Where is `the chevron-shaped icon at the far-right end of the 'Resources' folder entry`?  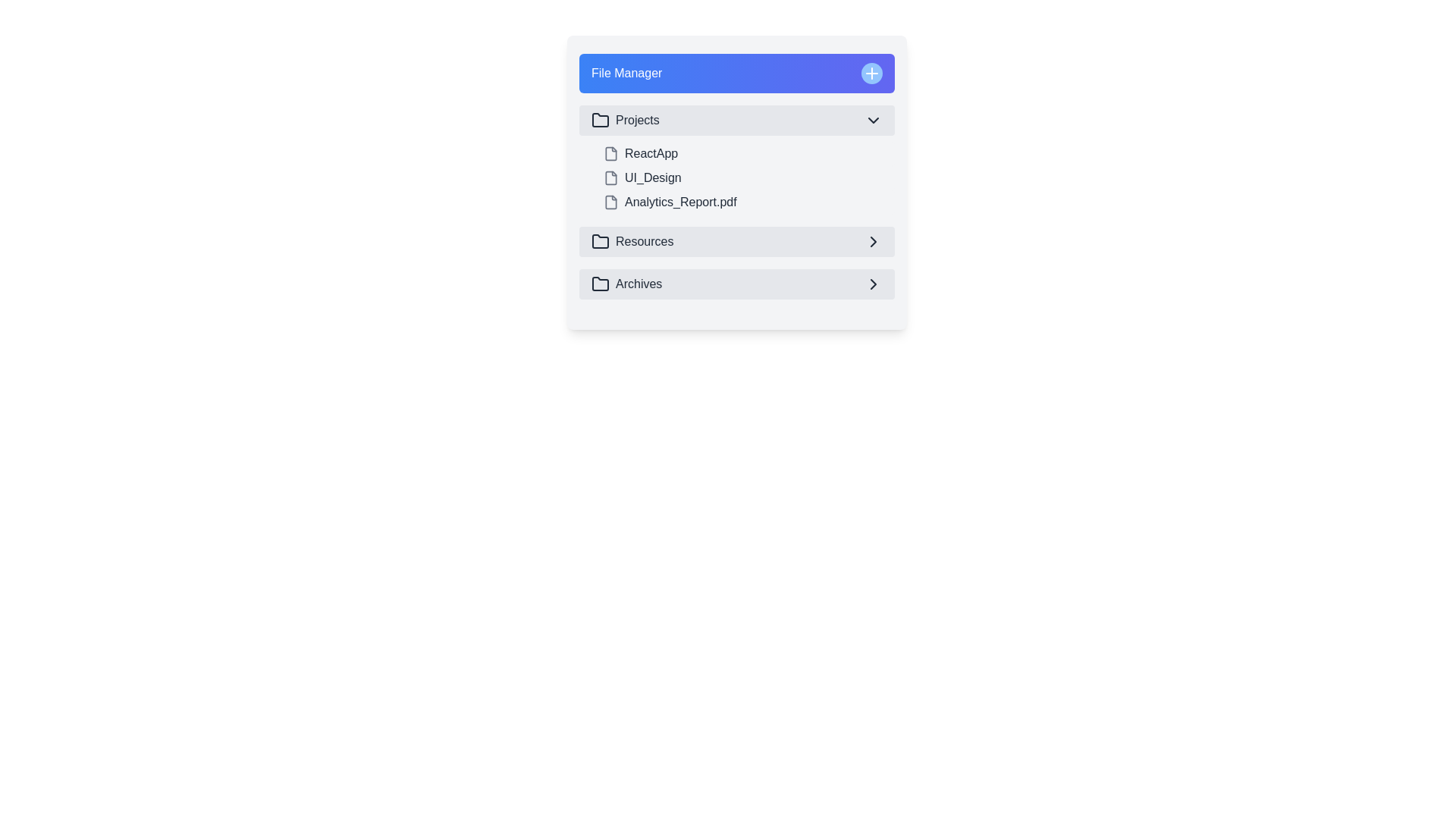
the chevron-shaped icon at the far-right end of the 'Resources' folder entry is located at coordinates (874, 241).